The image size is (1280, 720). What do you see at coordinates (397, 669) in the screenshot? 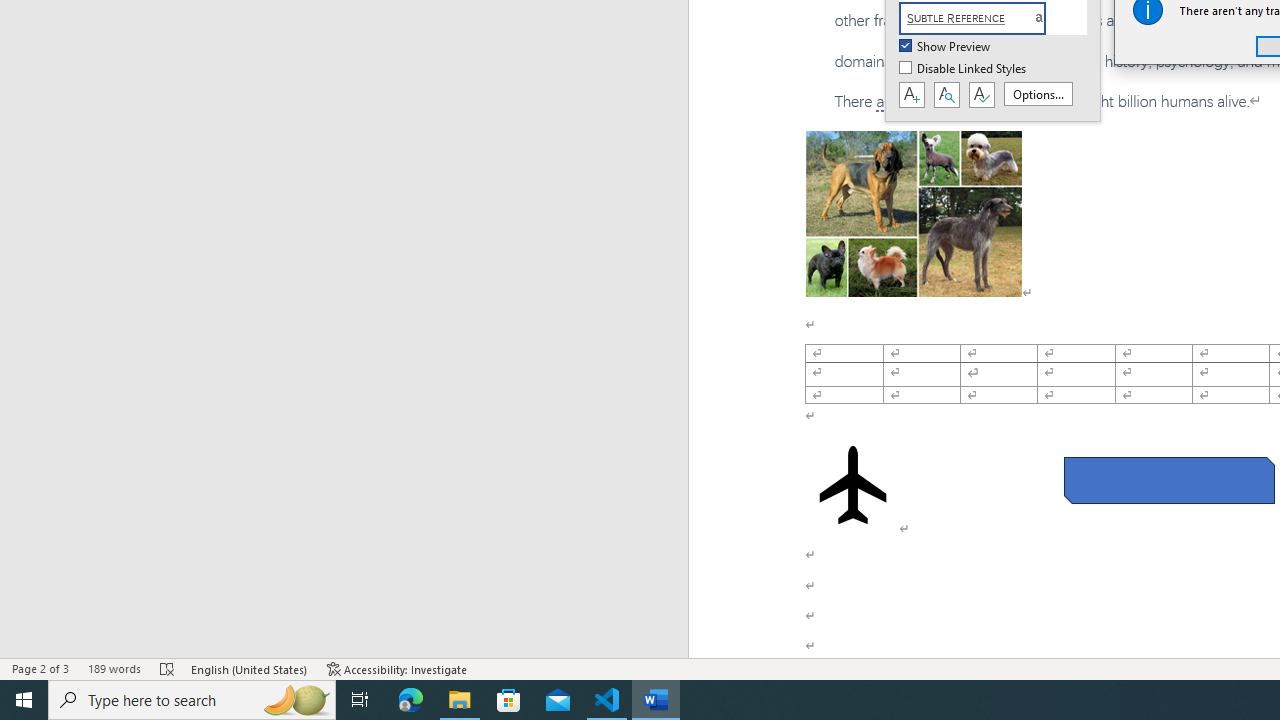
I see `'Accessibility Checker Accessibility: Investigate'` at bounding box center [397, 669].